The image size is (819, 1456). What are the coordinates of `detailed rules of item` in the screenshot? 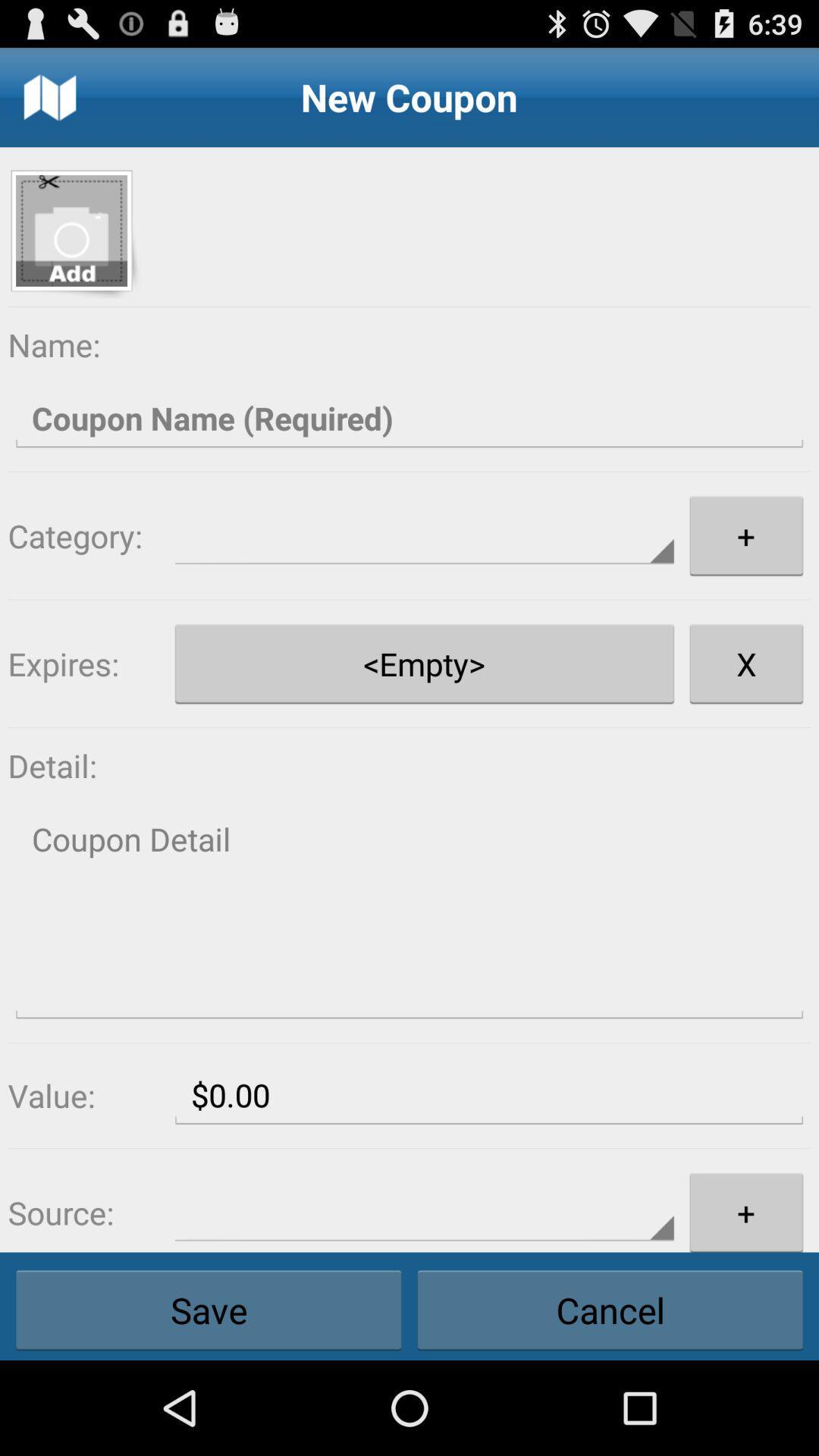 It's located at (409, 914).